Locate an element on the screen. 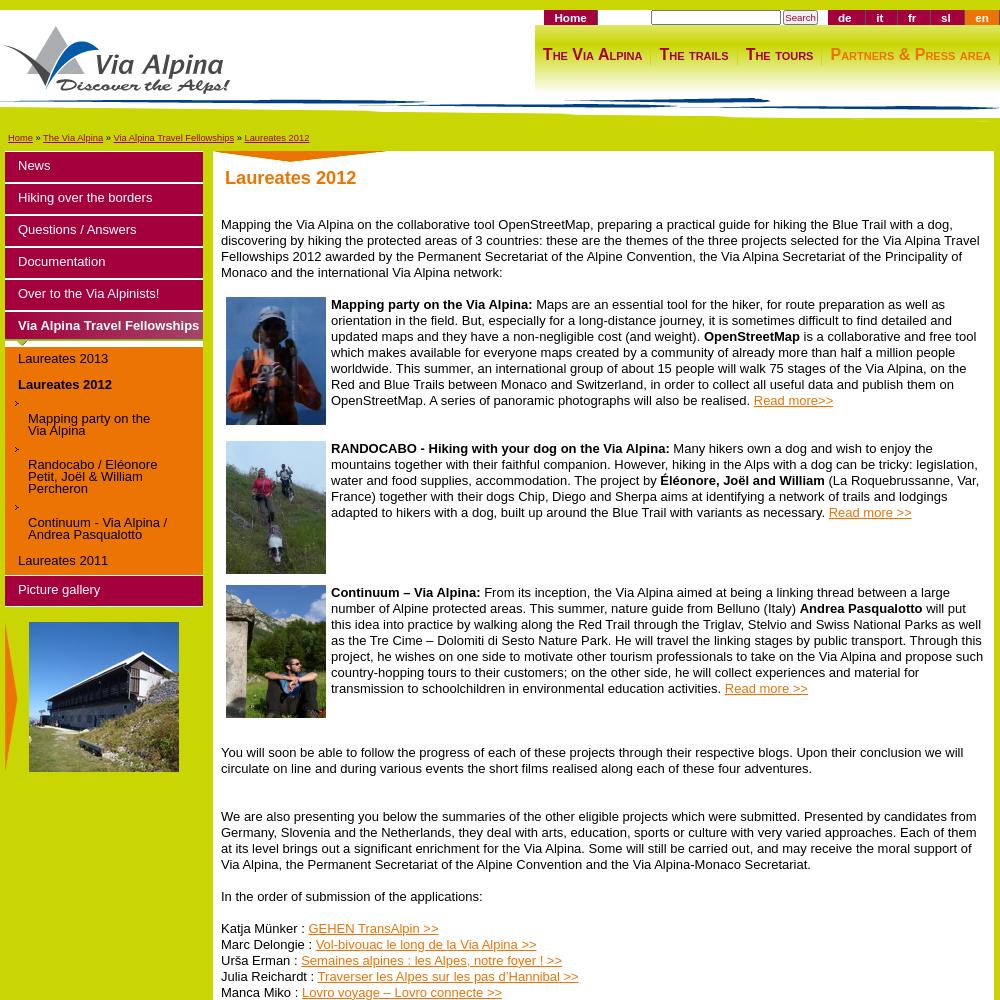 This screenshot has width=1000, height=1000. 'News' is located at coordinates (34, 165).